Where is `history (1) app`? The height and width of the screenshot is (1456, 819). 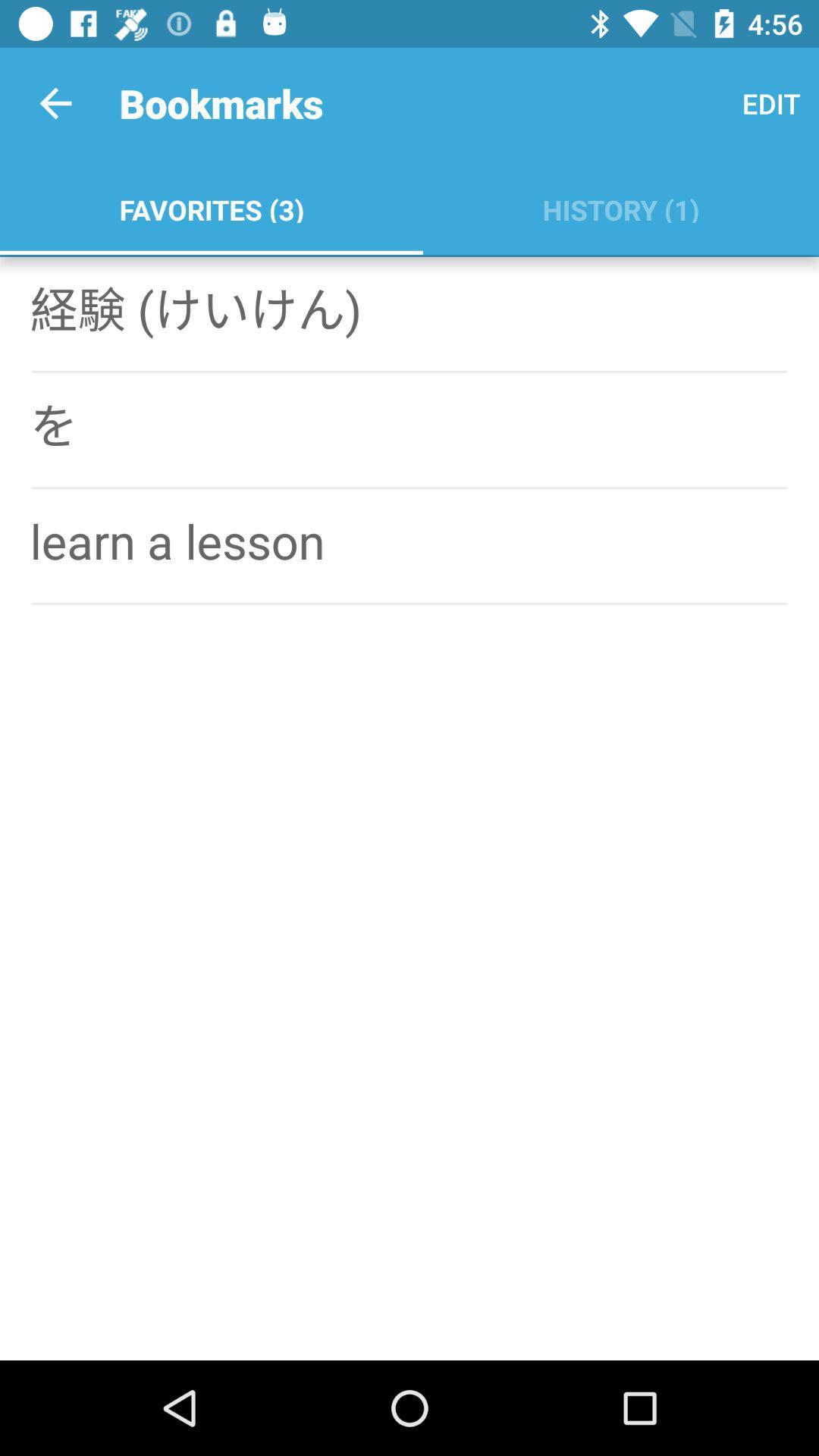
history (1) app is located at coordinates (620, 206).